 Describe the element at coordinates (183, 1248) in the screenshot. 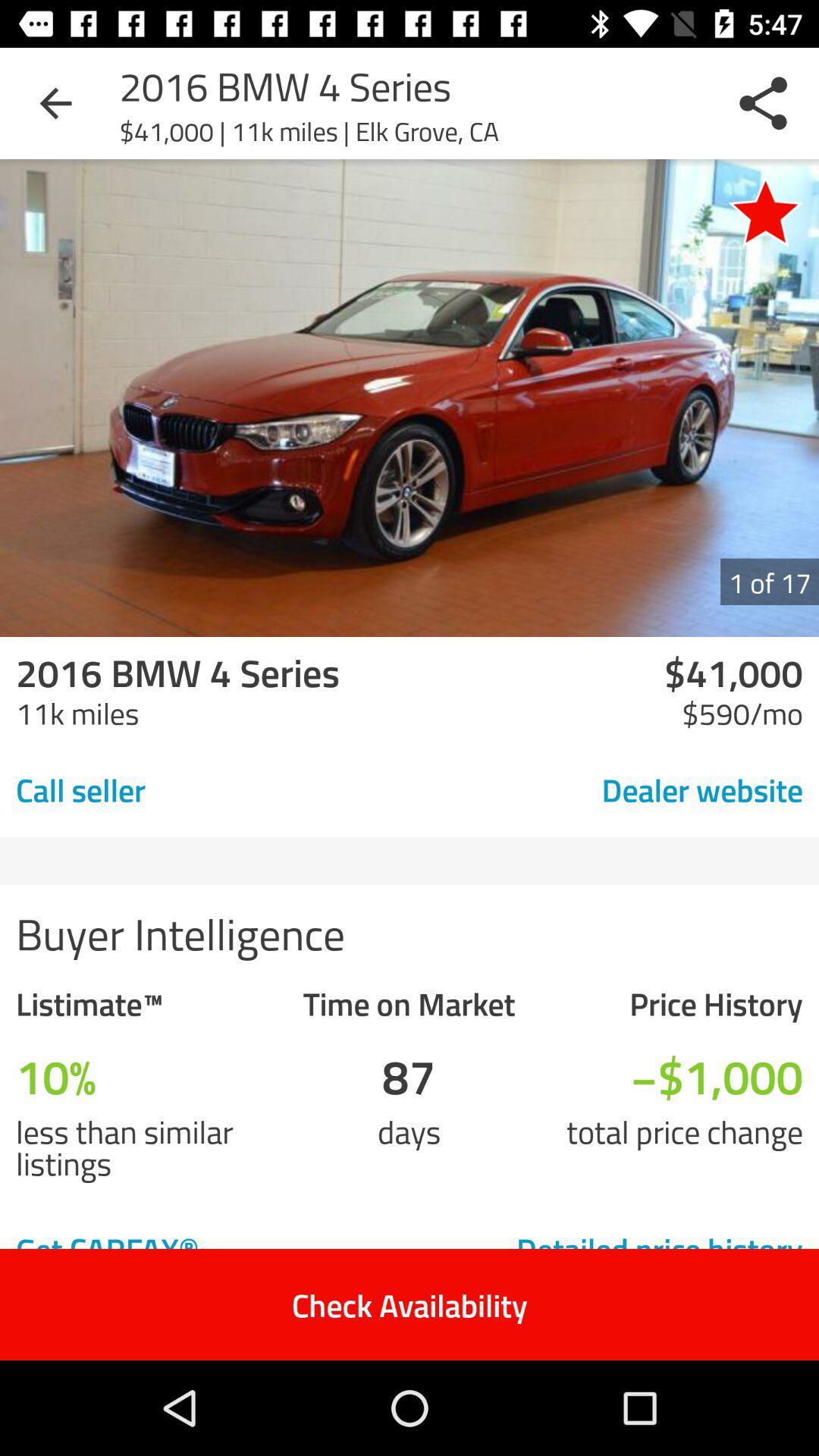

I see `icon below the less than similar item` at that location.